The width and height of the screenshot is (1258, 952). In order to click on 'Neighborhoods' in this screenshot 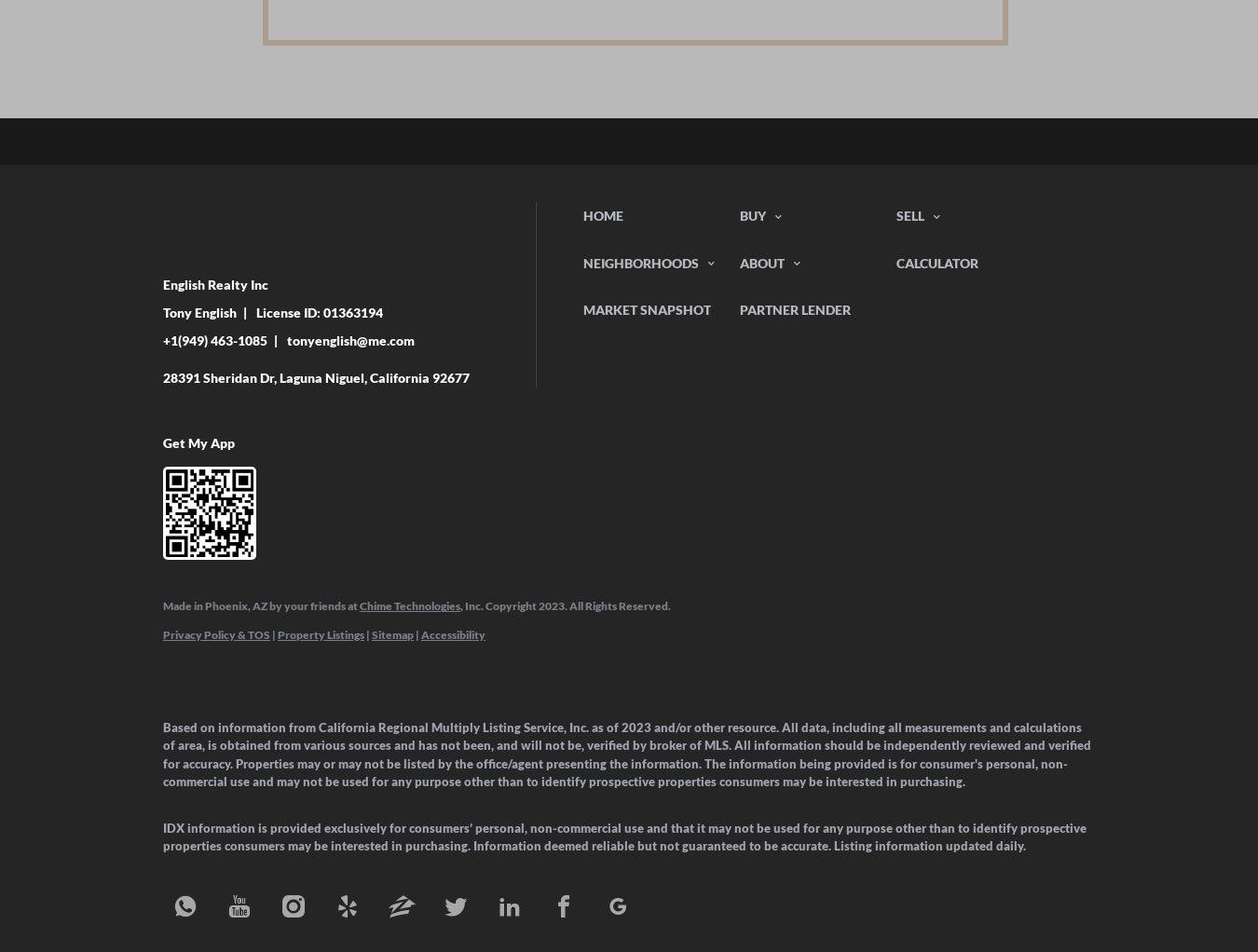, I will do `click(582, 262)`.